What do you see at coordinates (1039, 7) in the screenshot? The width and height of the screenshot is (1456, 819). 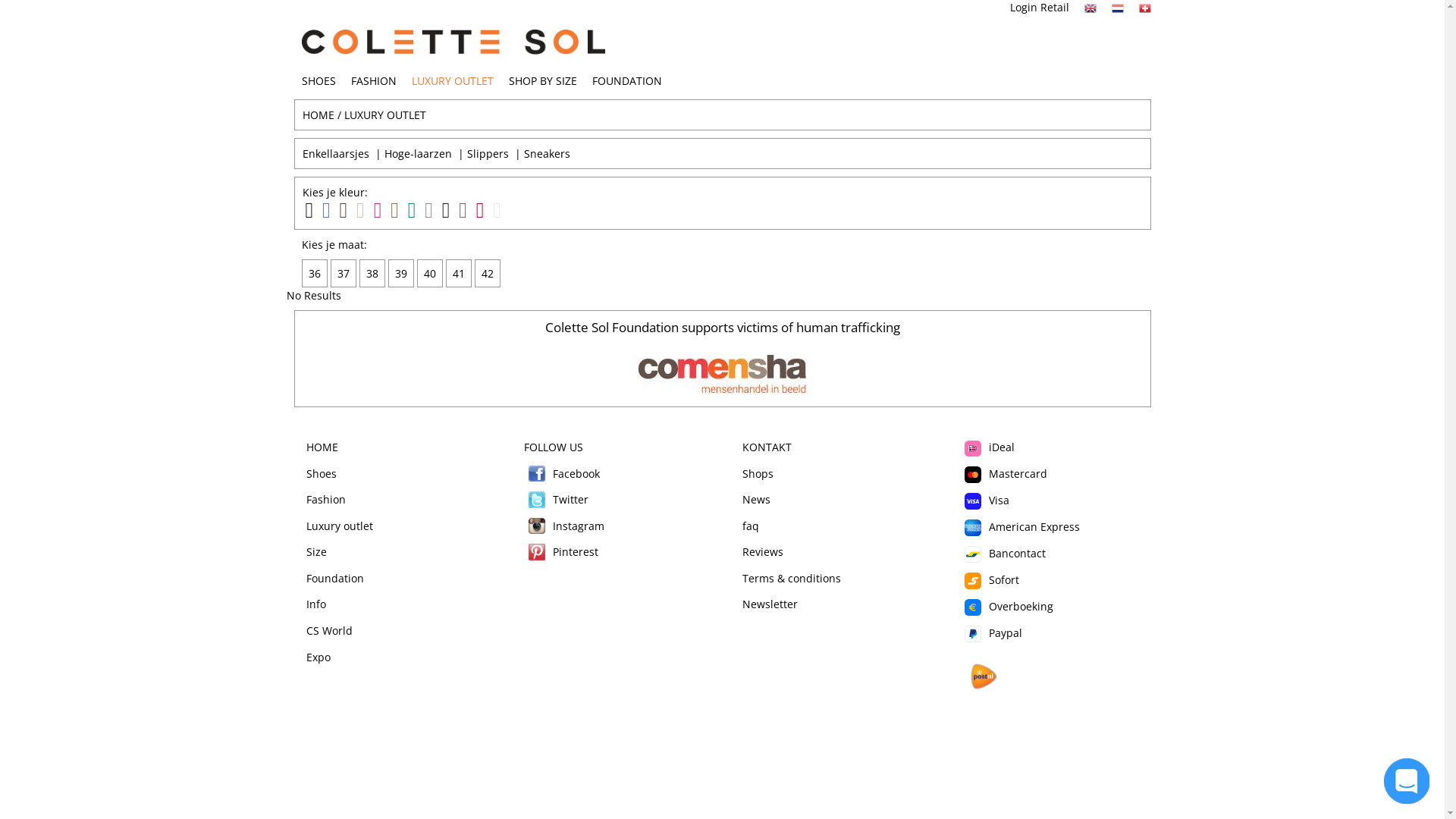 I see `'Login Retail'` at bounding box center [1039, 7].